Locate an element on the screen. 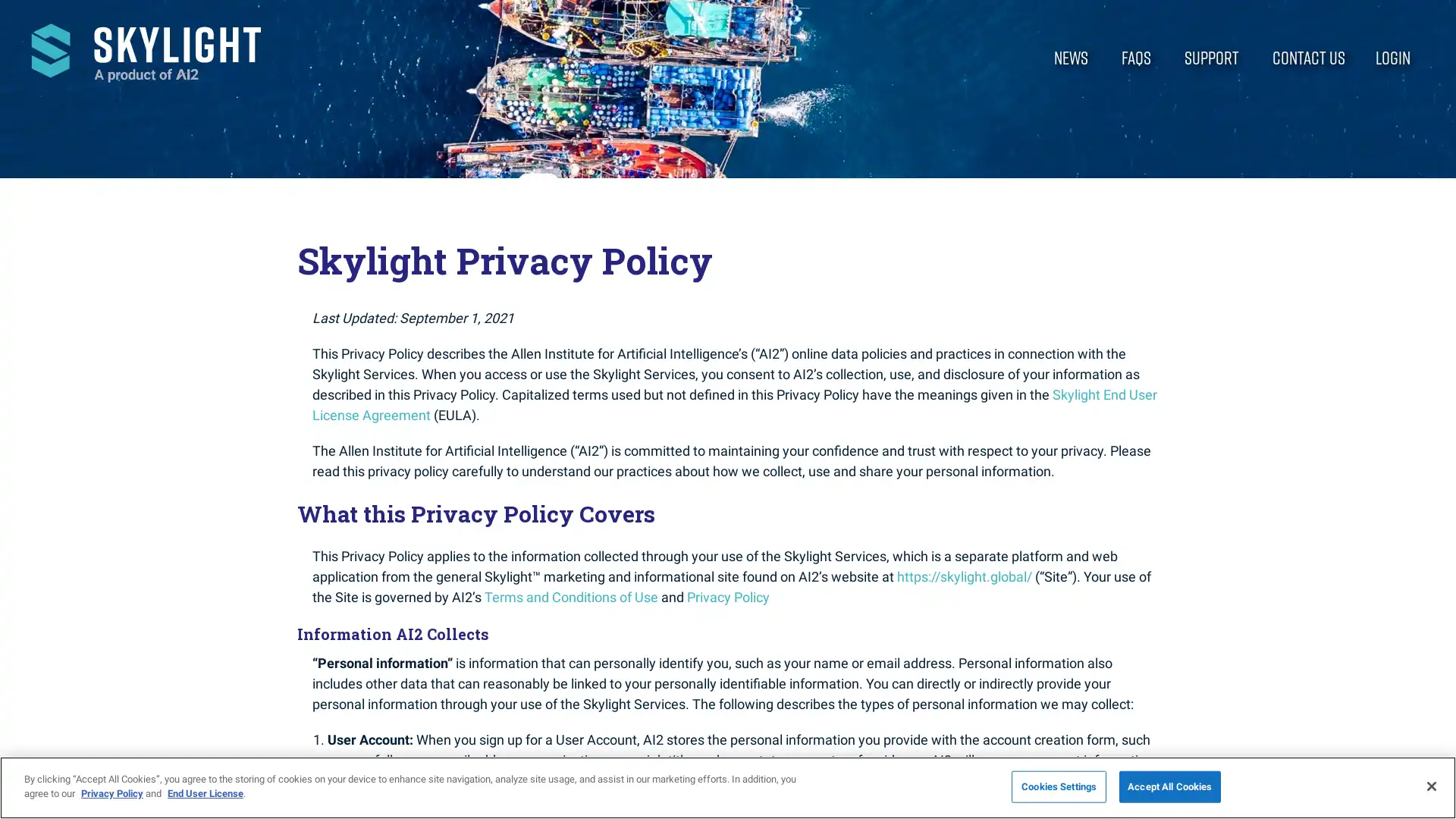 The height and width of the screenshot is (819, 1456). Accept All Cookies is located at coordinates (1169, 786).